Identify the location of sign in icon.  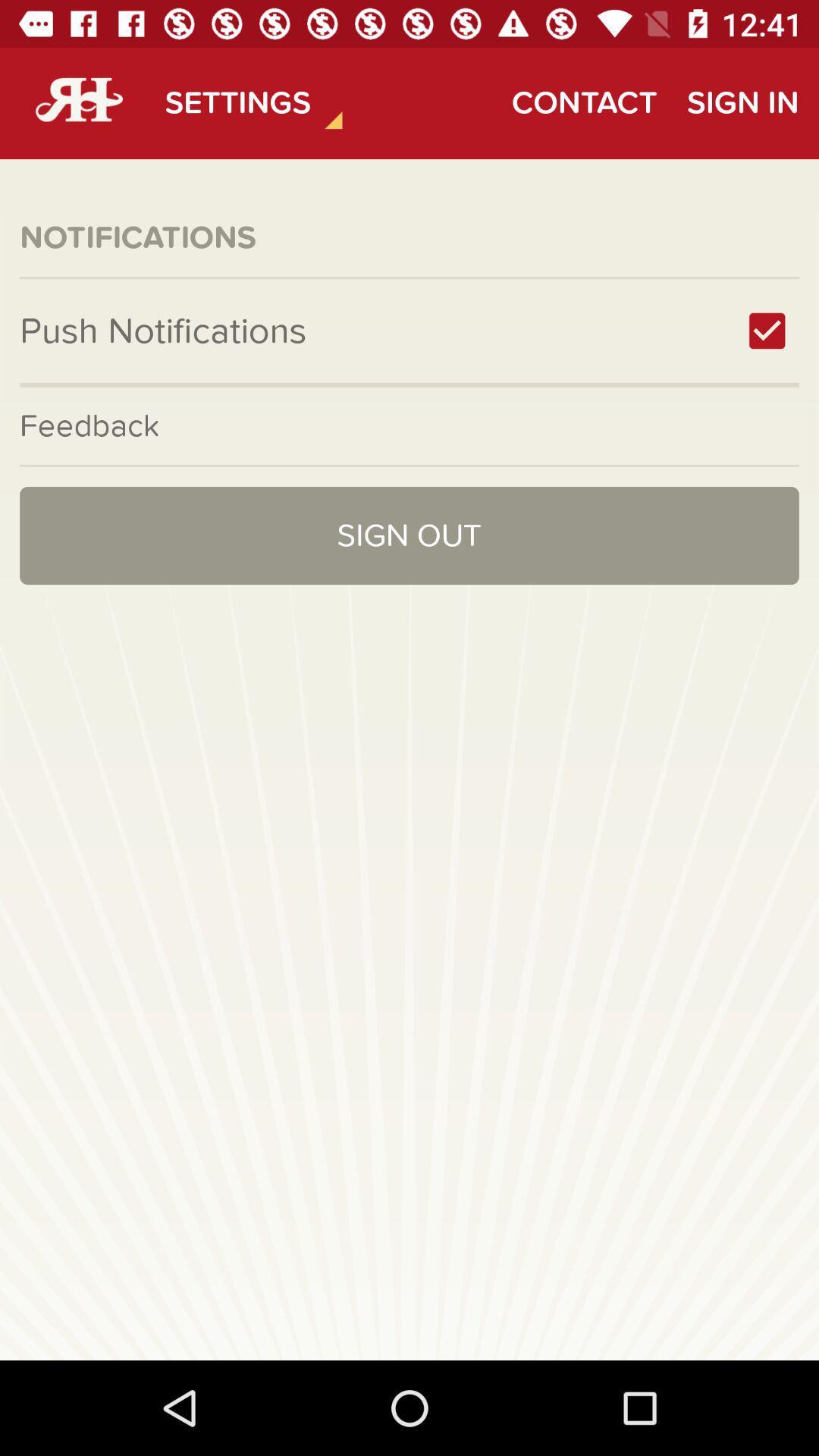
(742, 102).